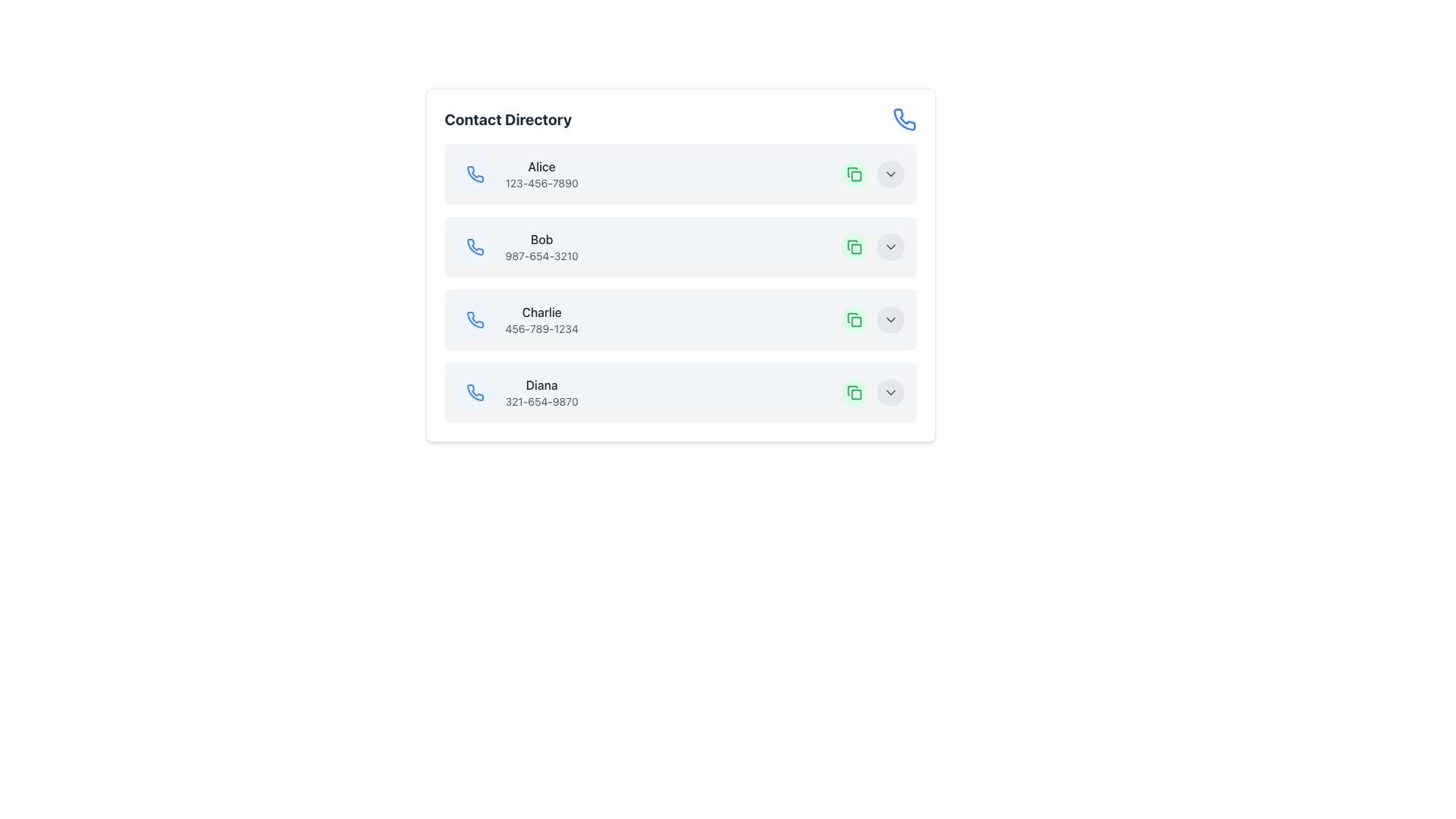 This screenshot has height=819, width=1456. What do you see at coordinates (541, 400) in the screenshot?
I see `the static text displaying the phone number '321-654-9870' associated with the name 'Diana', located in the fourth entry of the contact list` at bounding box center [541, 400].